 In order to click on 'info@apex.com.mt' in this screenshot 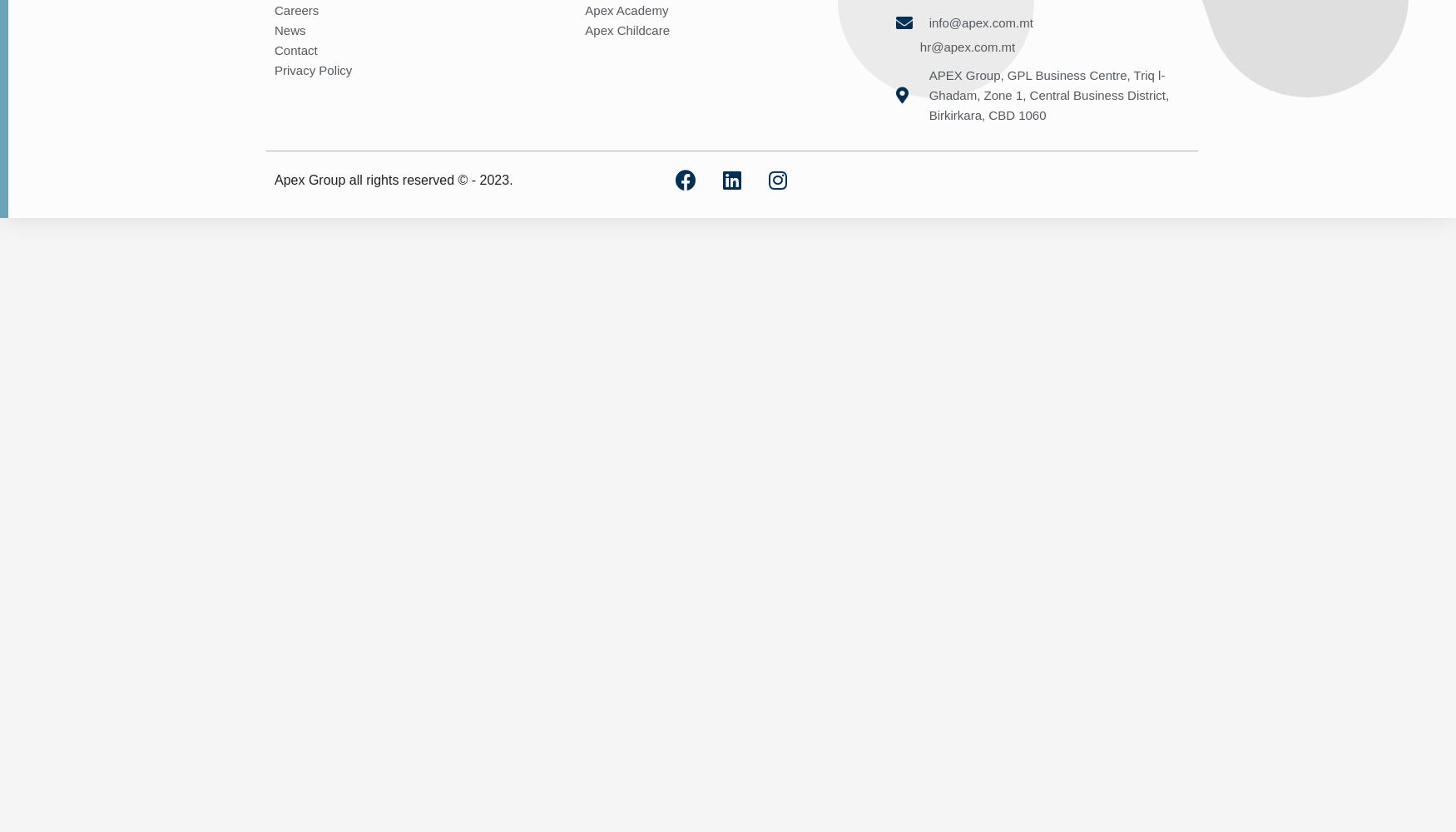, I will do `click(979, 22)`.